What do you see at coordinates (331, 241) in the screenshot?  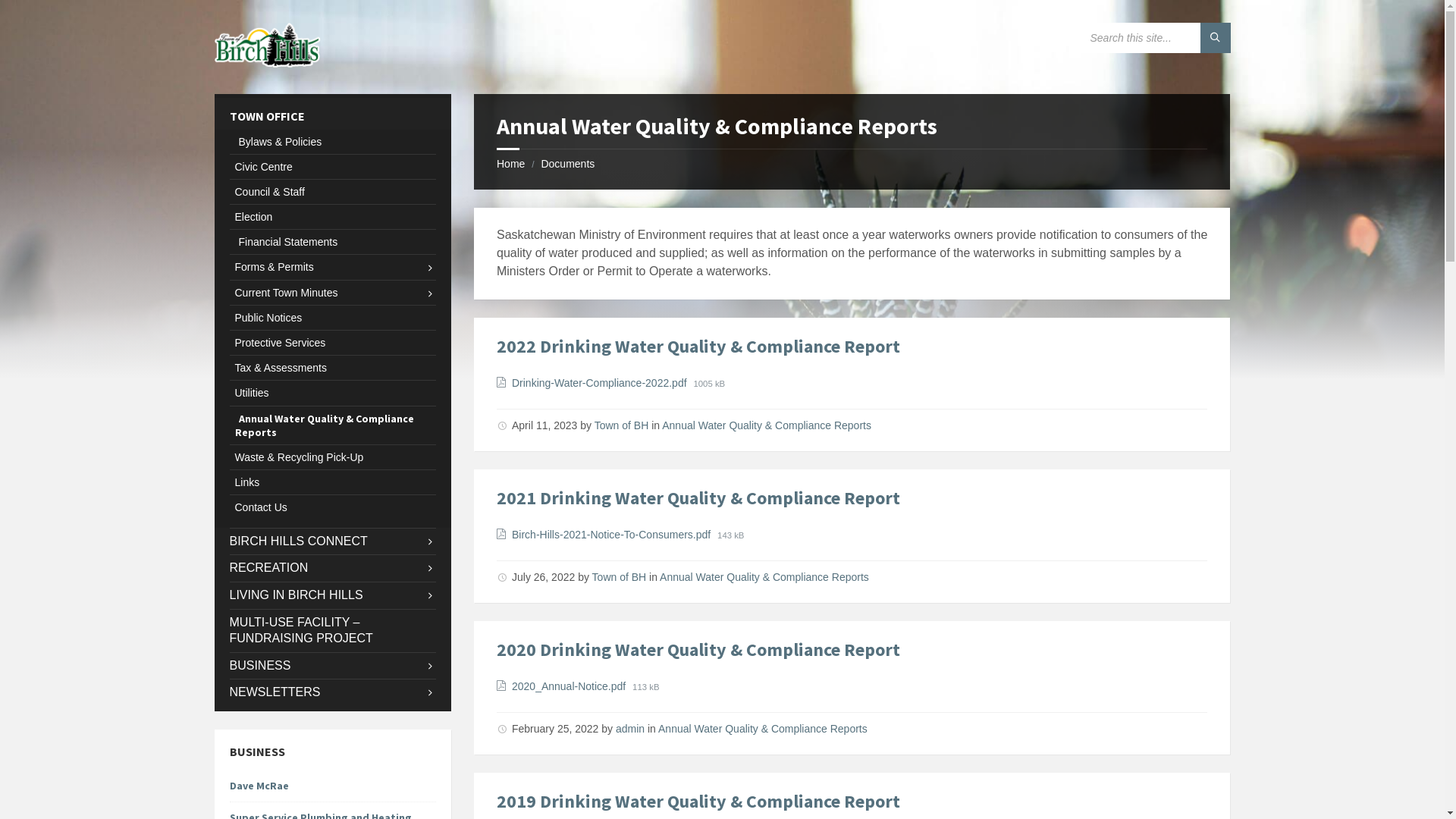 I see `'Financial Statements'` at bounding box center [331, 241].